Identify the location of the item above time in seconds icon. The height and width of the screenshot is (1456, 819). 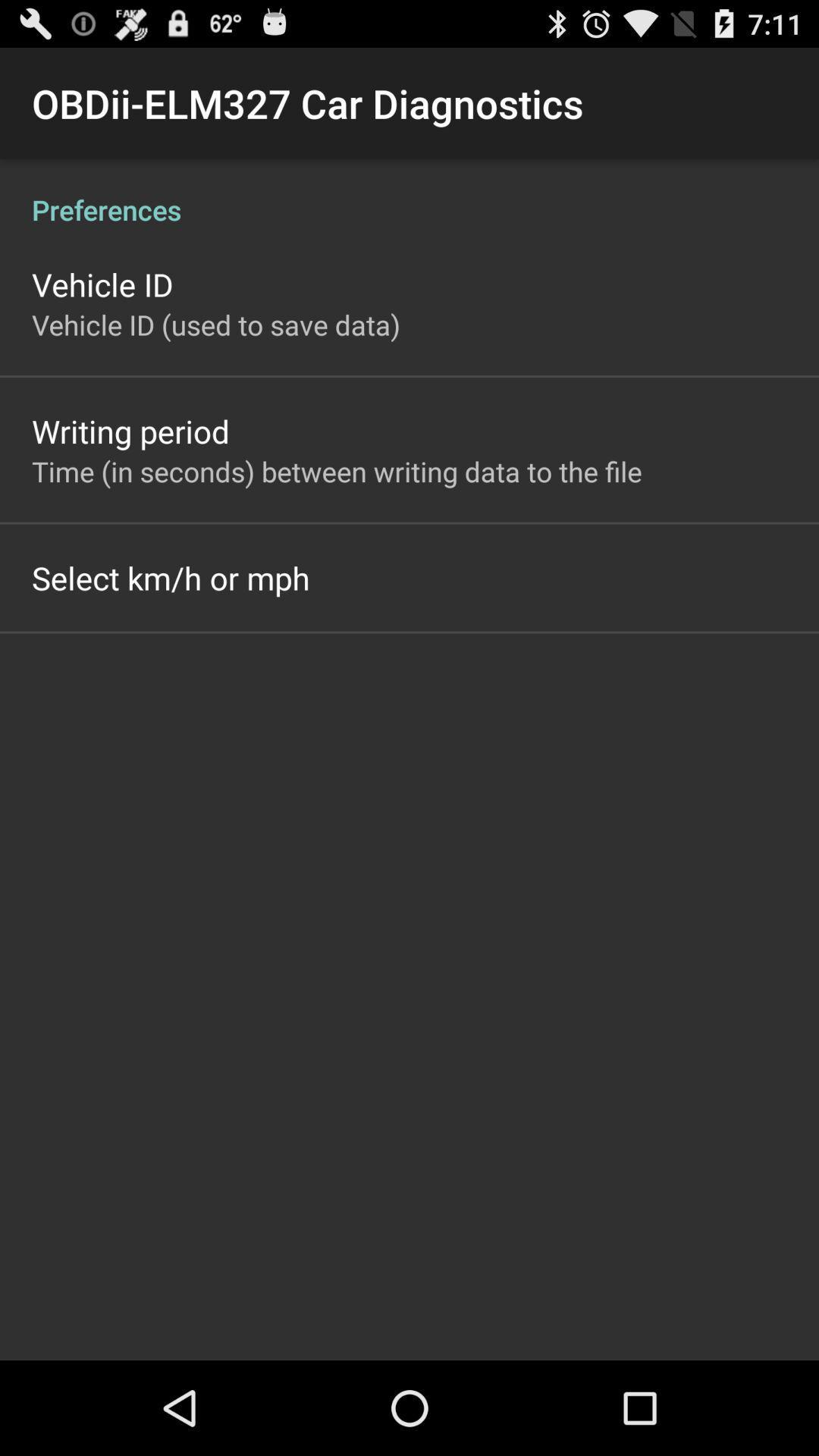
(130, 430).